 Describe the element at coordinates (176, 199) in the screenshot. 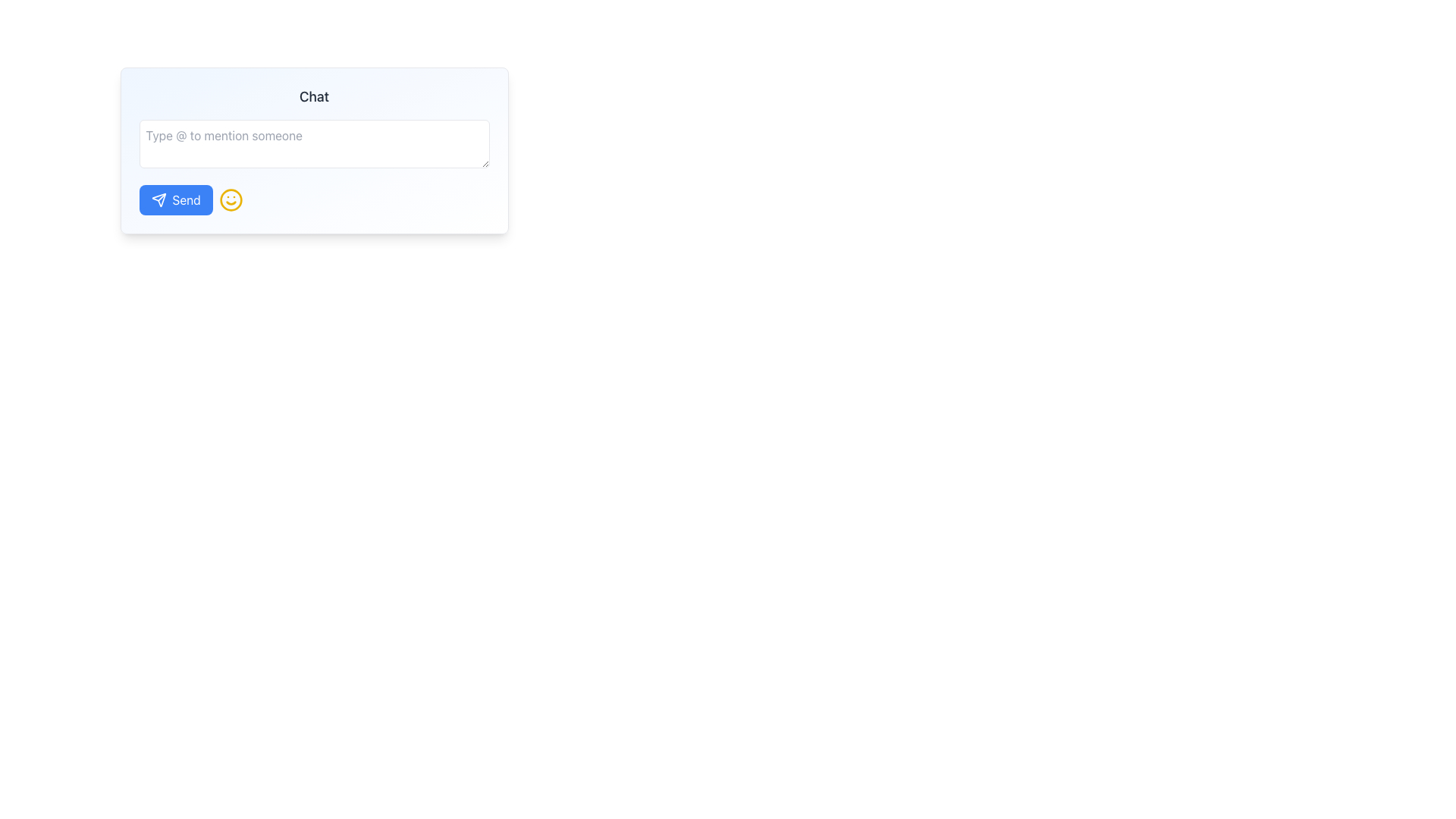

I see `the submit button located at the bottom-left of the chat interface to trigger the hover effect` at that location.